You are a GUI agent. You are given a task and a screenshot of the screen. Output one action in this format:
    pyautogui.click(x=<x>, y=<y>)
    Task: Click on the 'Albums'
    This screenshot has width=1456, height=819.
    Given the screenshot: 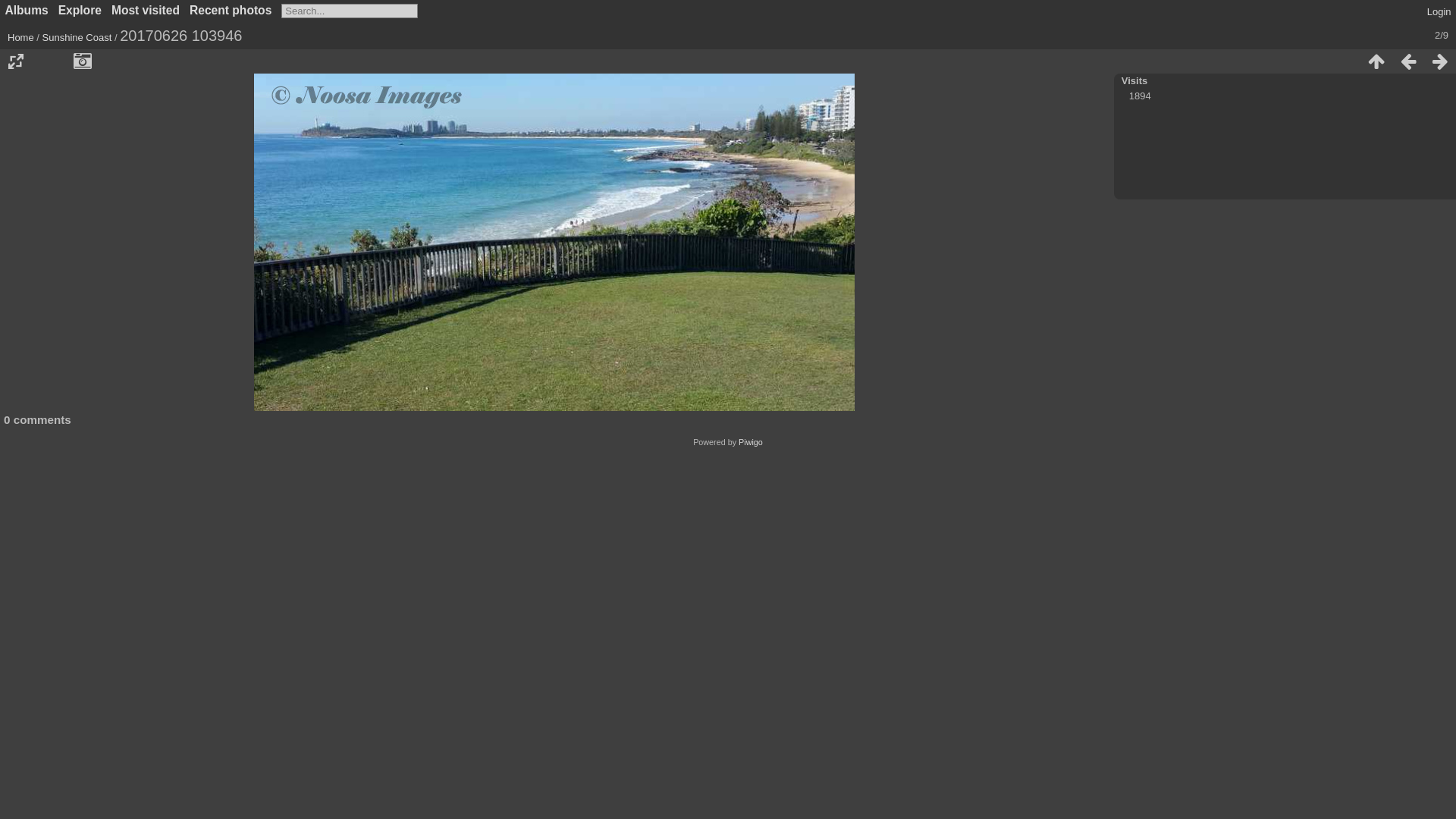 What is the action you would take?
    pyautogui.click(x=26, y=10)
    